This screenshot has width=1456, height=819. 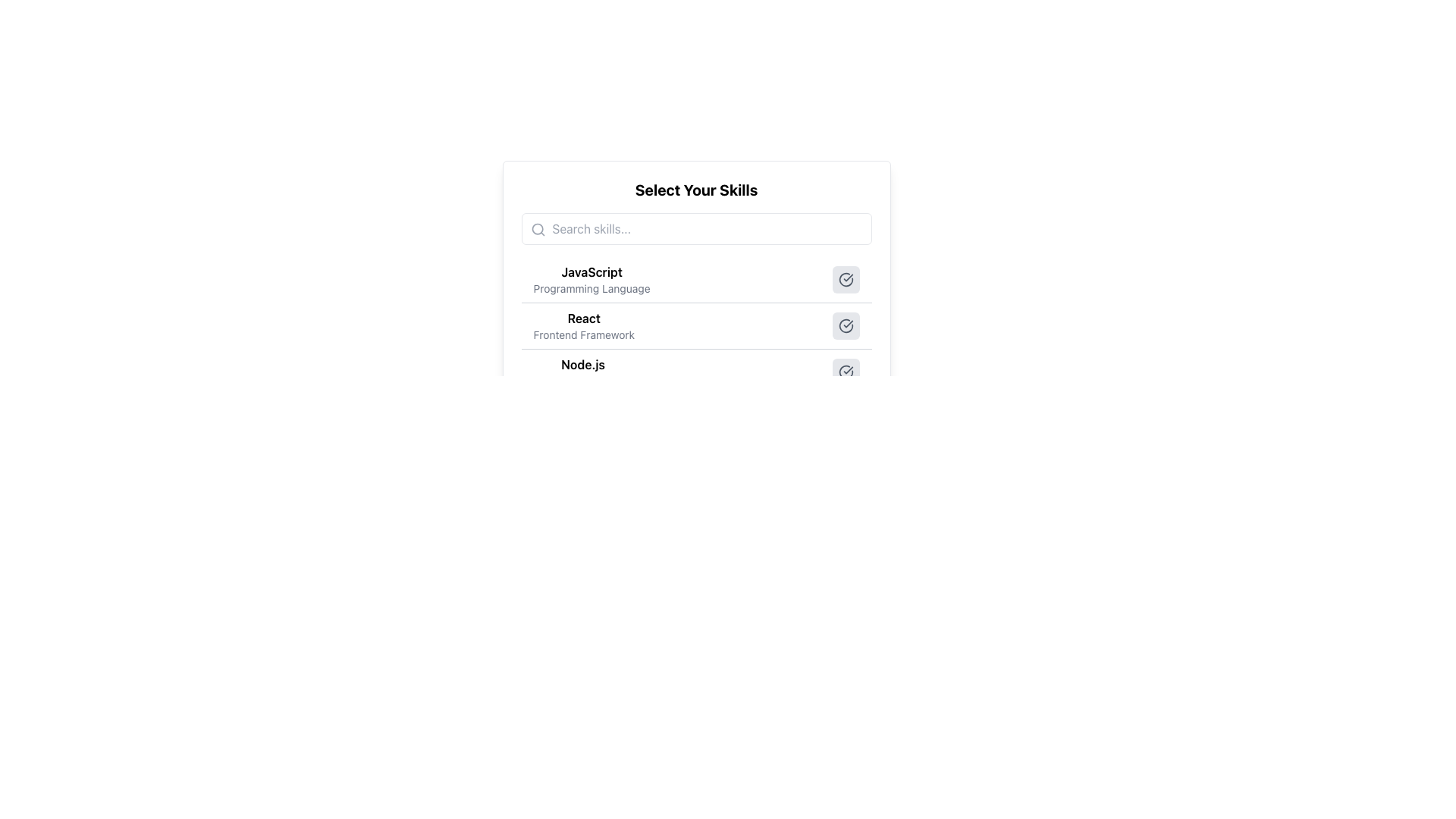 I want to click on the second skill item 'React' in the skills selection list, so click(x=695, y=340).